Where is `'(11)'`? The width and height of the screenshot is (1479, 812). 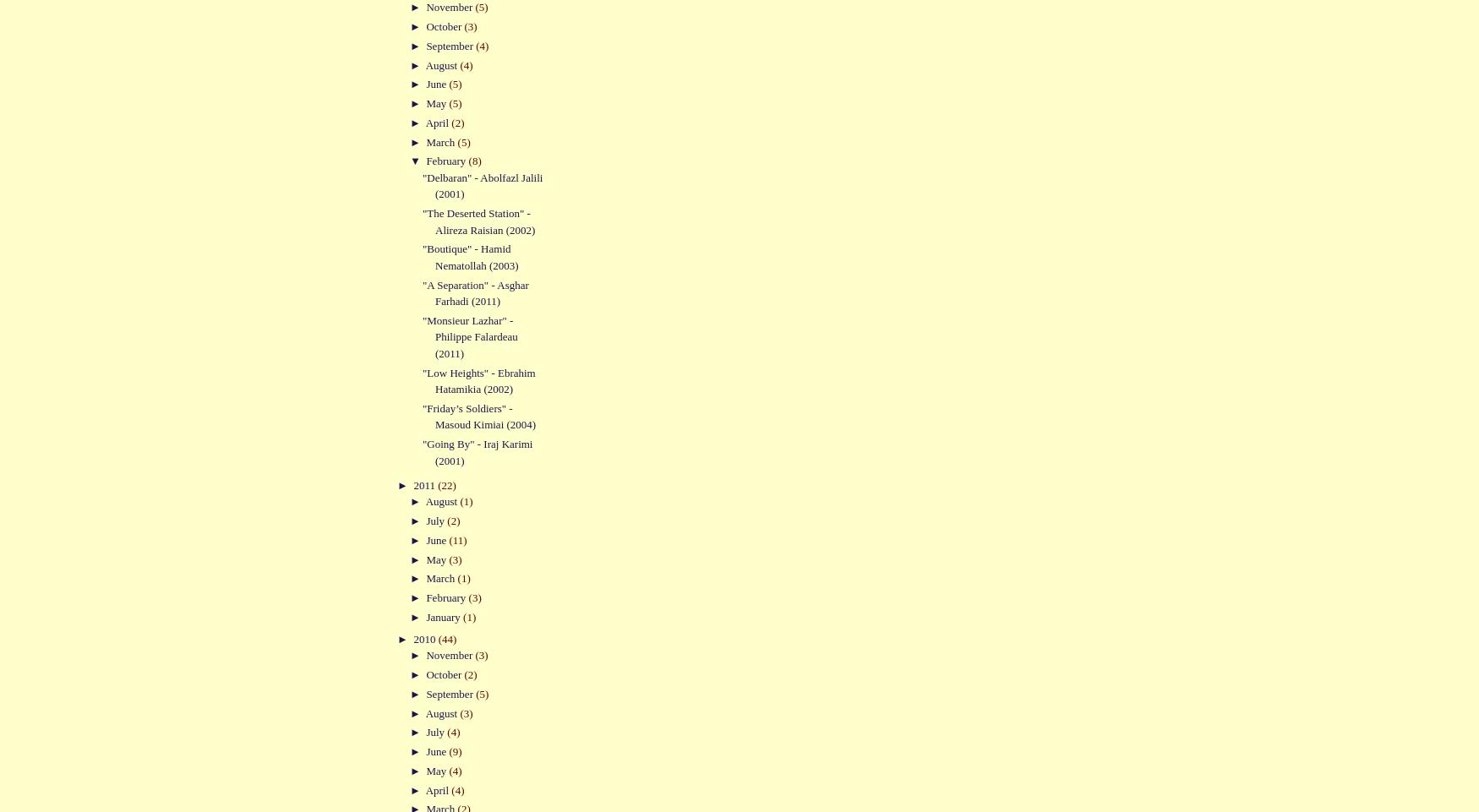 '(11)' is located at coordinates (456, 539).